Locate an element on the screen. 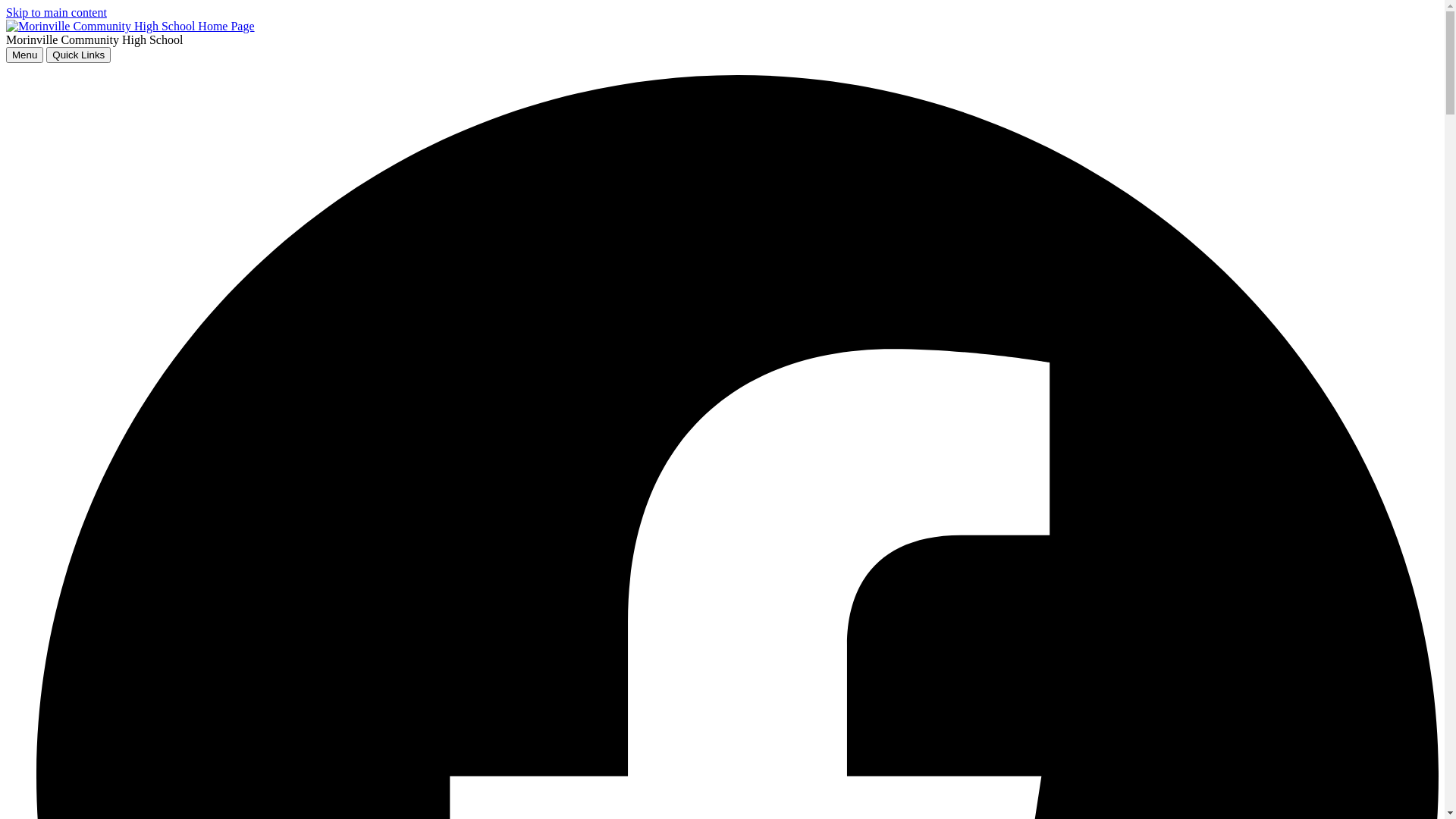  'home' is located at coordinates (130, 26).